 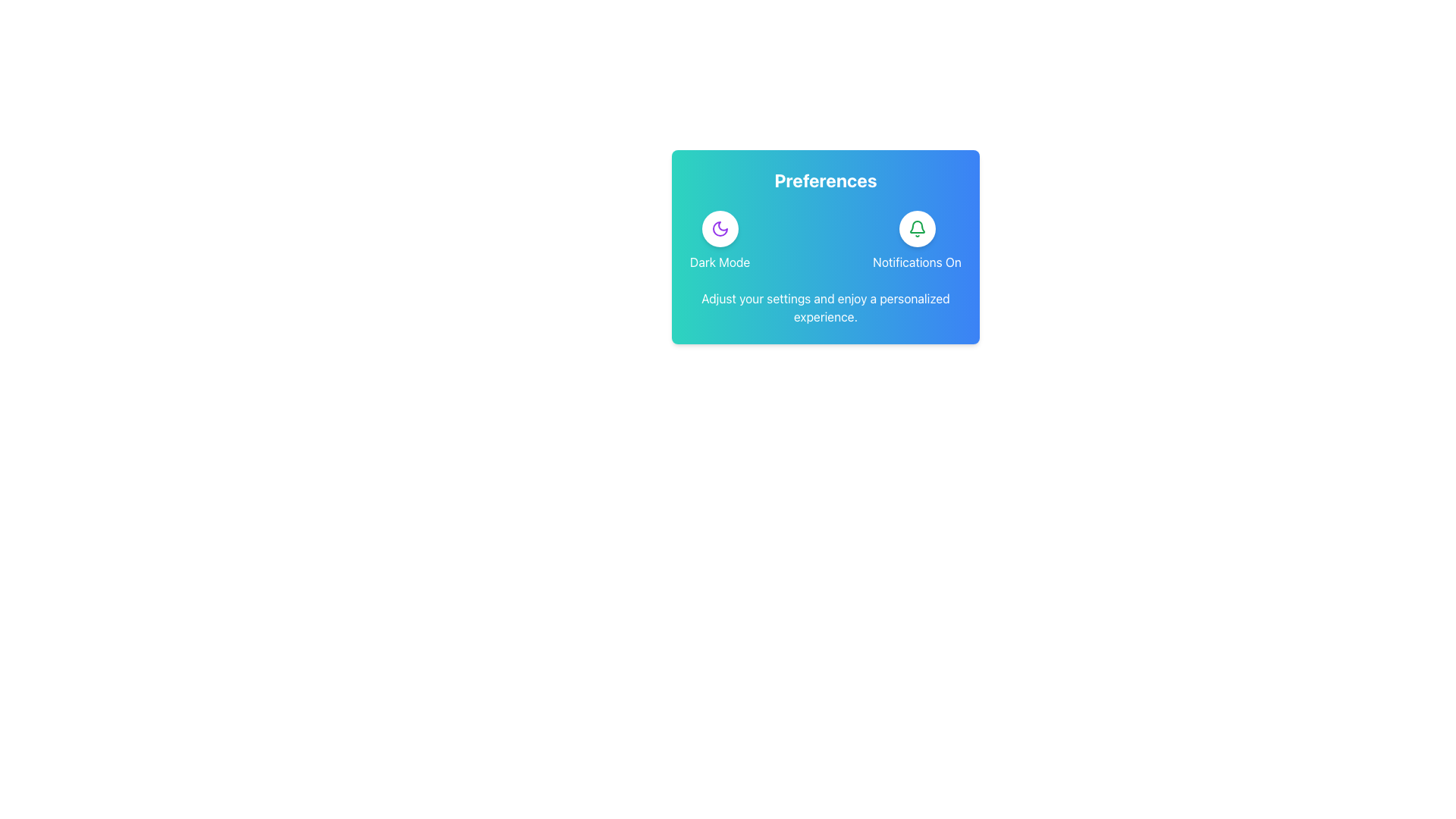 I want to click on the circular button with a purple crescent moon symbol above the text 'Dark Mode', so click(x=719, y=240).